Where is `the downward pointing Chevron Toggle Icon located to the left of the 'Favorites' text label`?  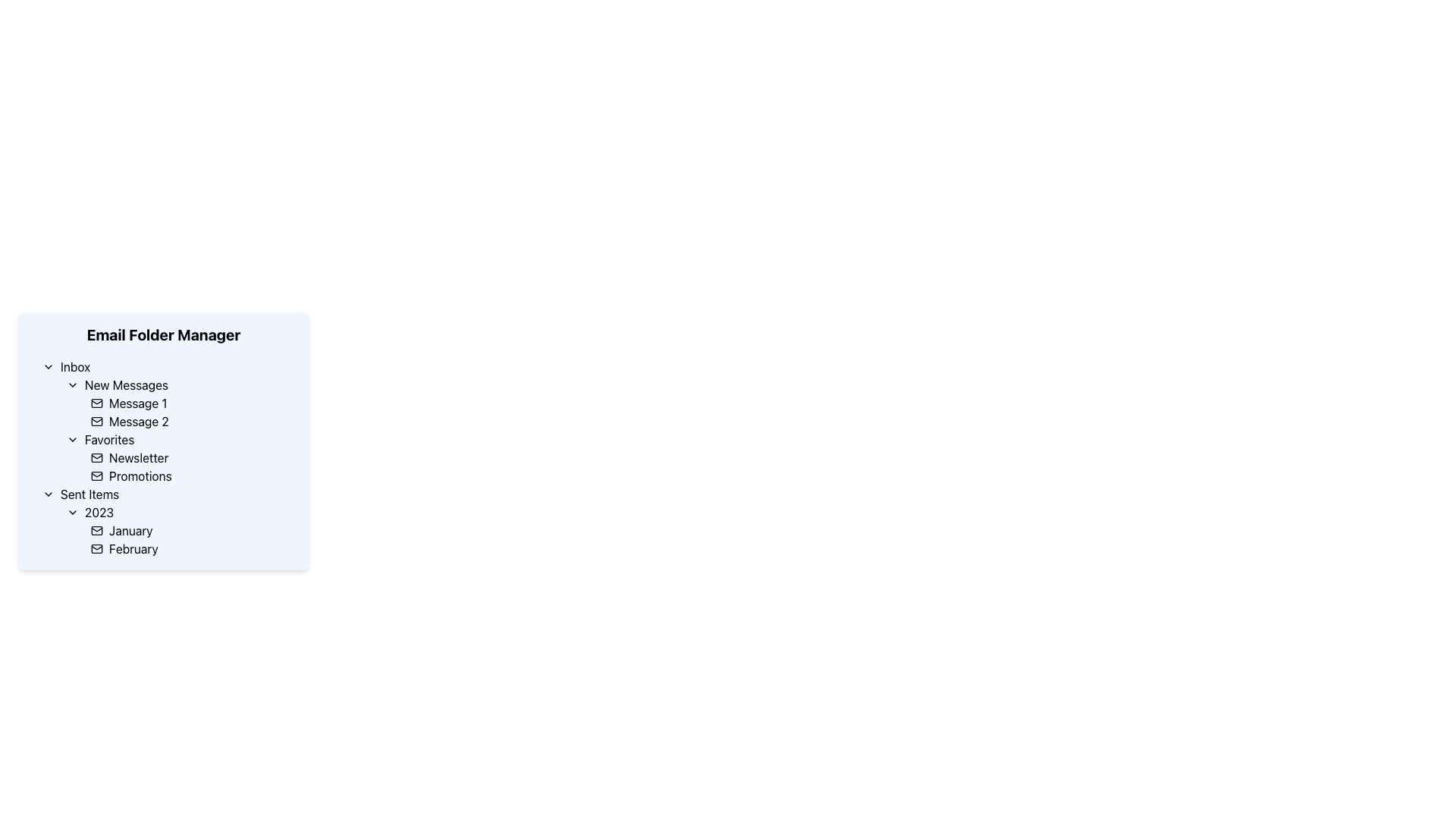
the downward pointing Chevron Toggle Icon located to the left of the 'Favorites' text label is located at coordinates (72, 439).